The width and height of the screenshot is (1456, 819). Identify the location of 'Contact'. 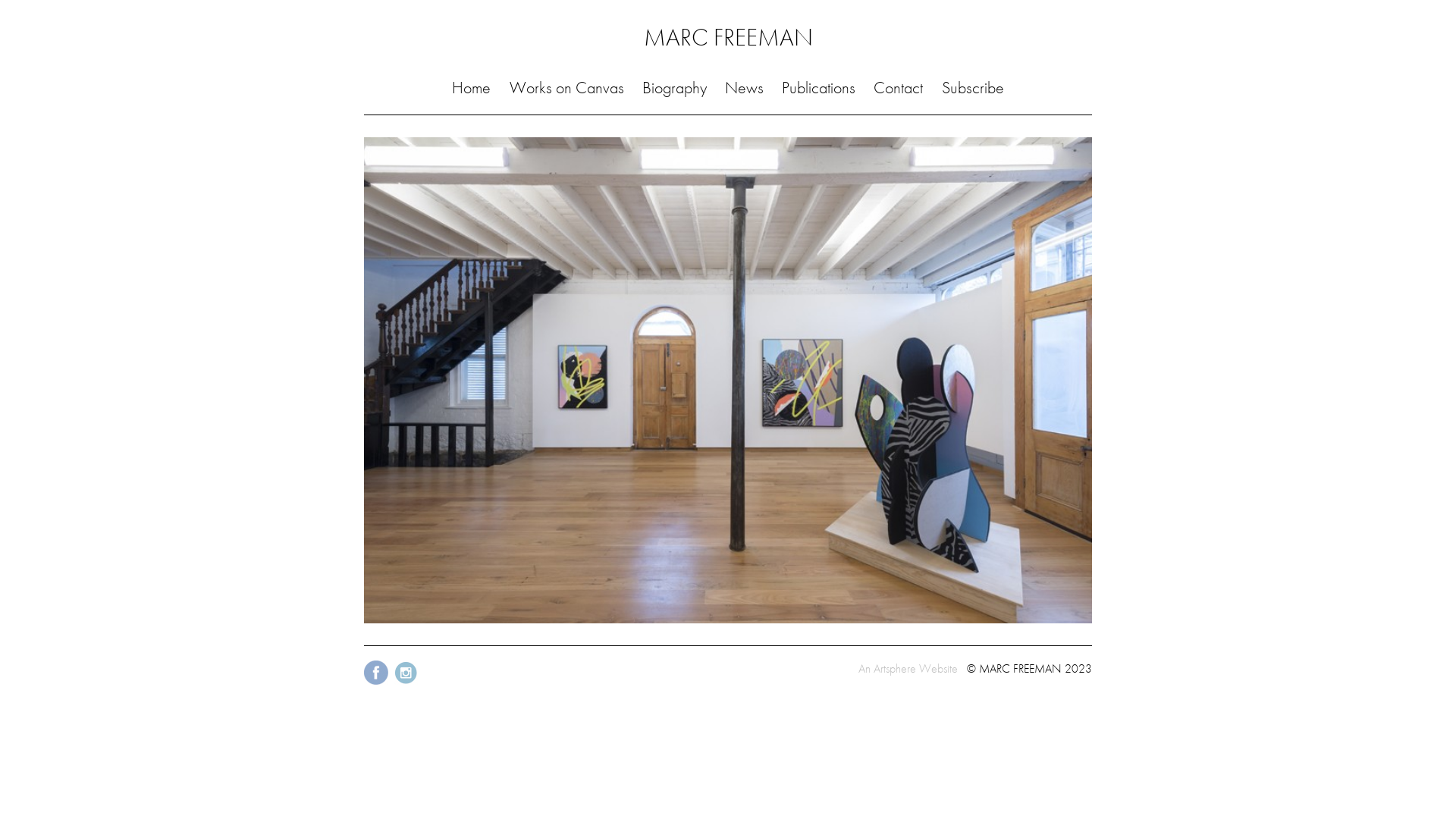
(898, 87).